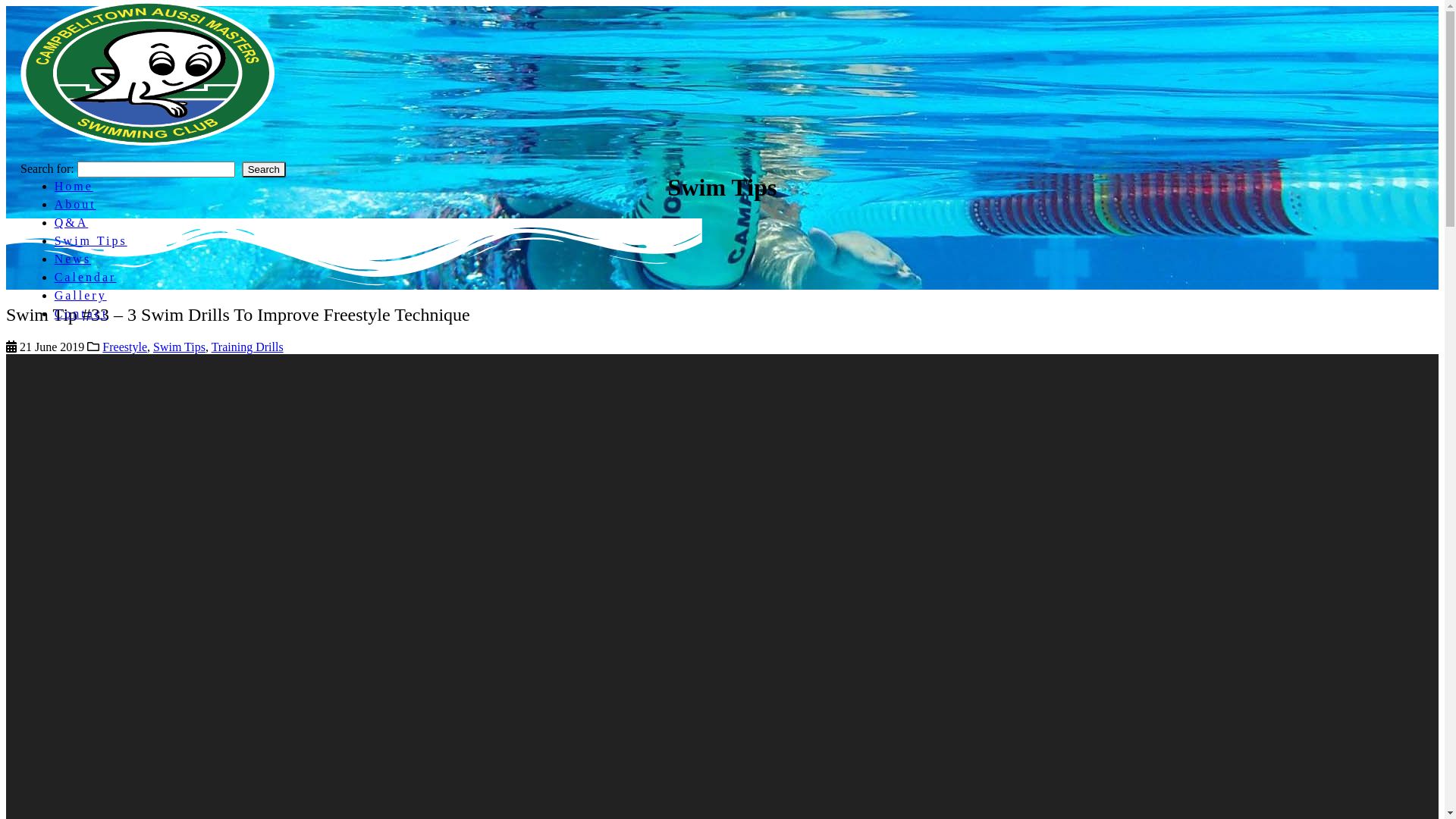 The height and width of the screenshot is (819, 1456). What do you see at coordinates (179, 347) in the screenshot?
I see `'Swim Tips'` at bounding box center [179, 347].